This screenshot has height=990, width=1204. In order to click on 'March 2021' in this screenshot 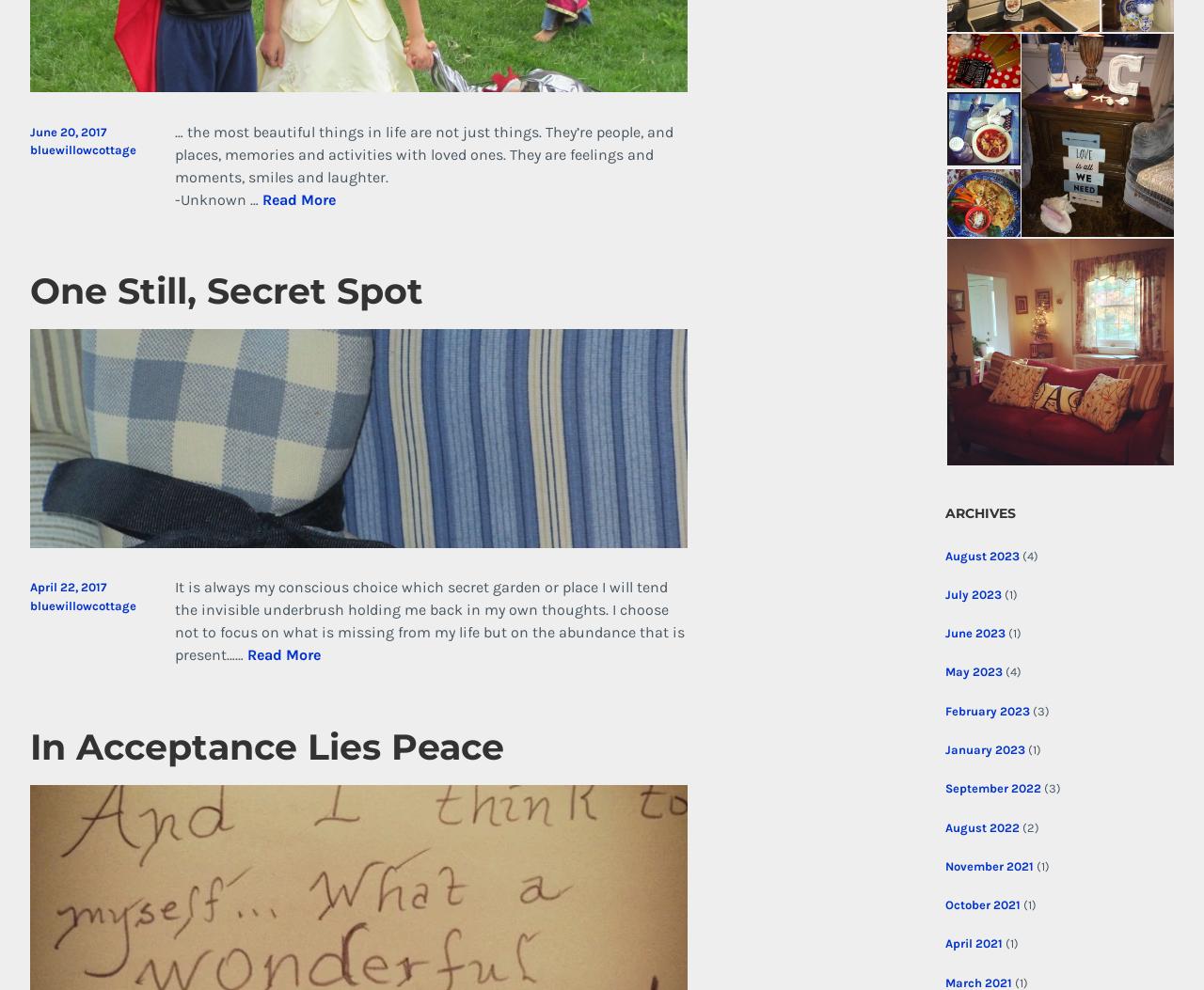, I will do `click(977, 981)`.